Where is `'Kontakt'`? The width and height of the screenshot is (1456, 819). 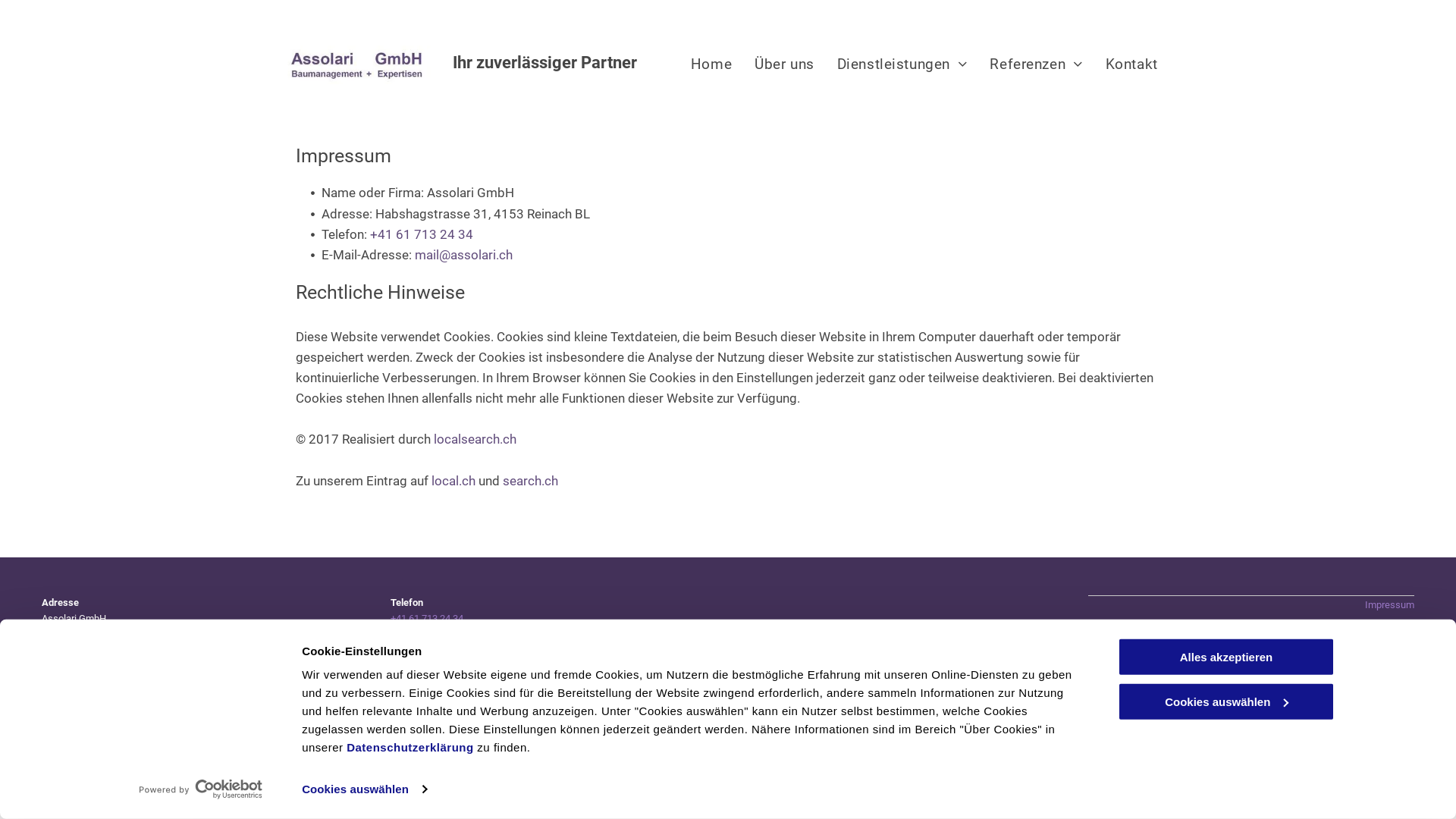 'Kontakt' is located at coordinates (1131, 63).